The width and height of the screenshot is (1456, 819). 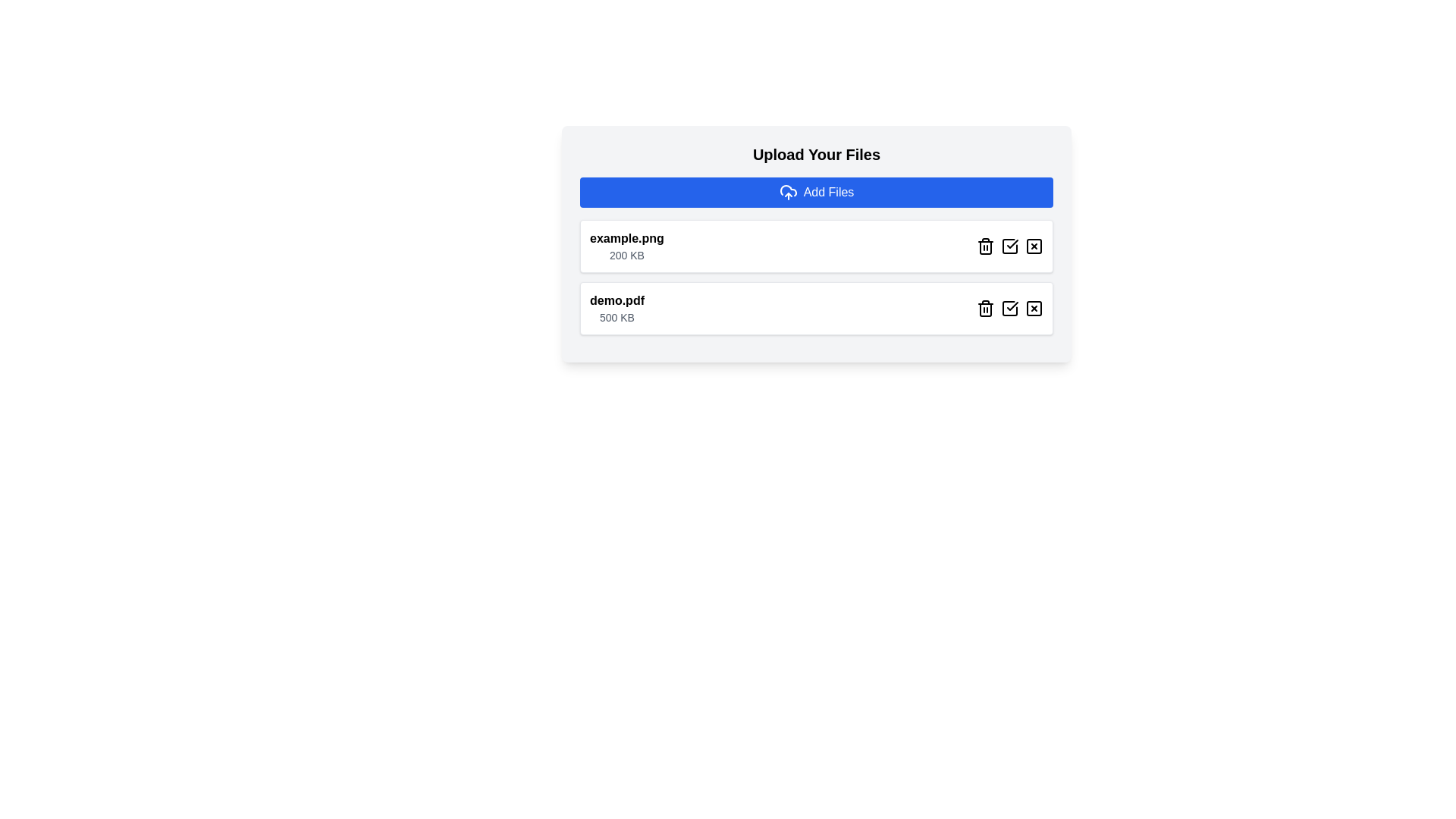 I want to click on the deletion icon button located at the far-right of the second file item in the vertical list, so click(x=1033, y=308).